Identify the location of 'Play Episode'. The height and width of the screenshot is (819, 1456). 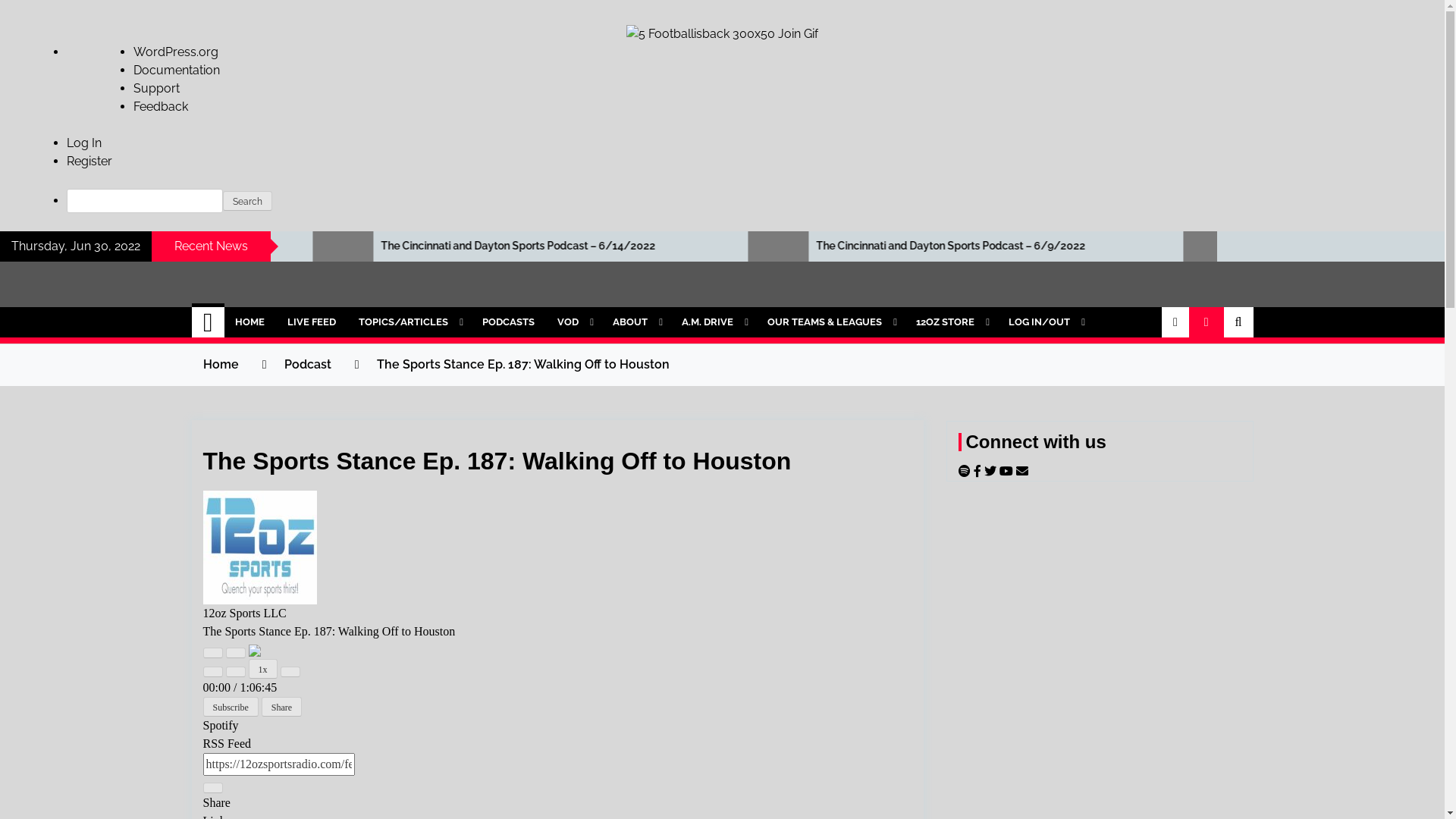
(212, 651).